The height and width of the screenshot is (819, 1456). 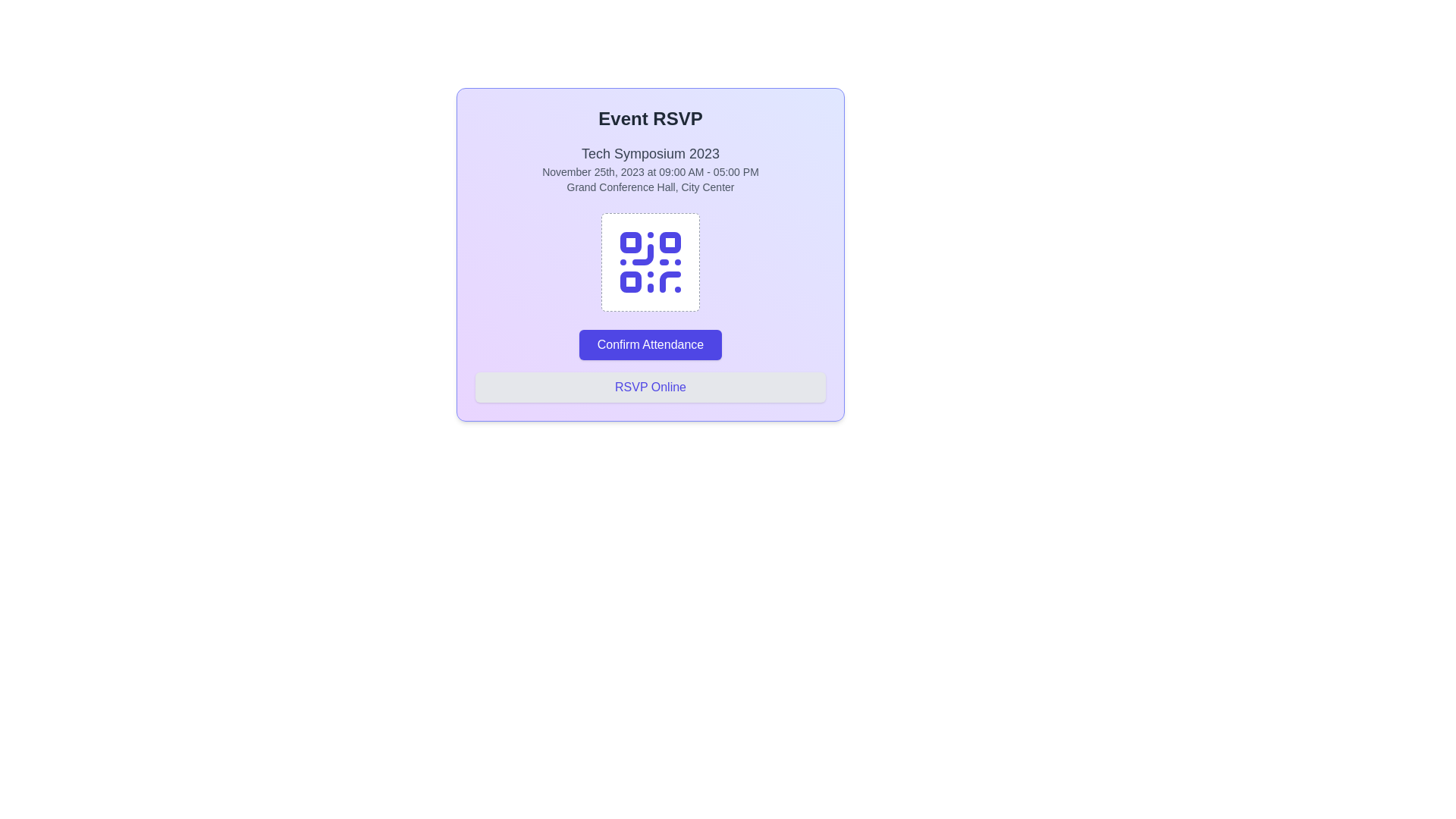 What do you see at coordinates (651, 345) in the screenshot?
I see `the button with the label 'Confirm Attendance' that has a vibrant indigo background and white text` at bounding box center [651, 345].